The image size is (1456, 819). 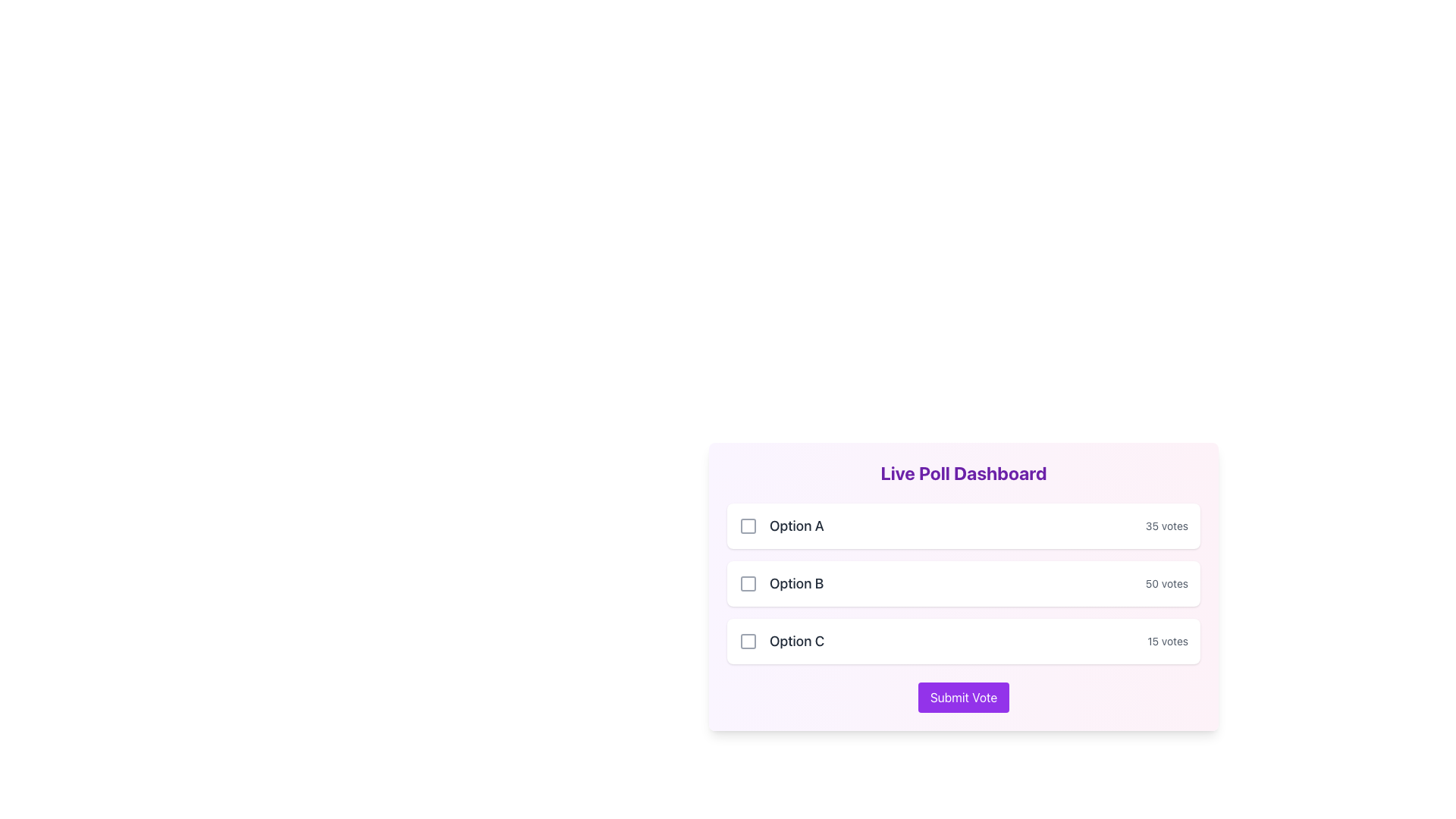 What do you see at coordinates (781, 583) in the screenshot?
I see `the 'Option B' text label in the poll interface` at bounding box center [781, 583].